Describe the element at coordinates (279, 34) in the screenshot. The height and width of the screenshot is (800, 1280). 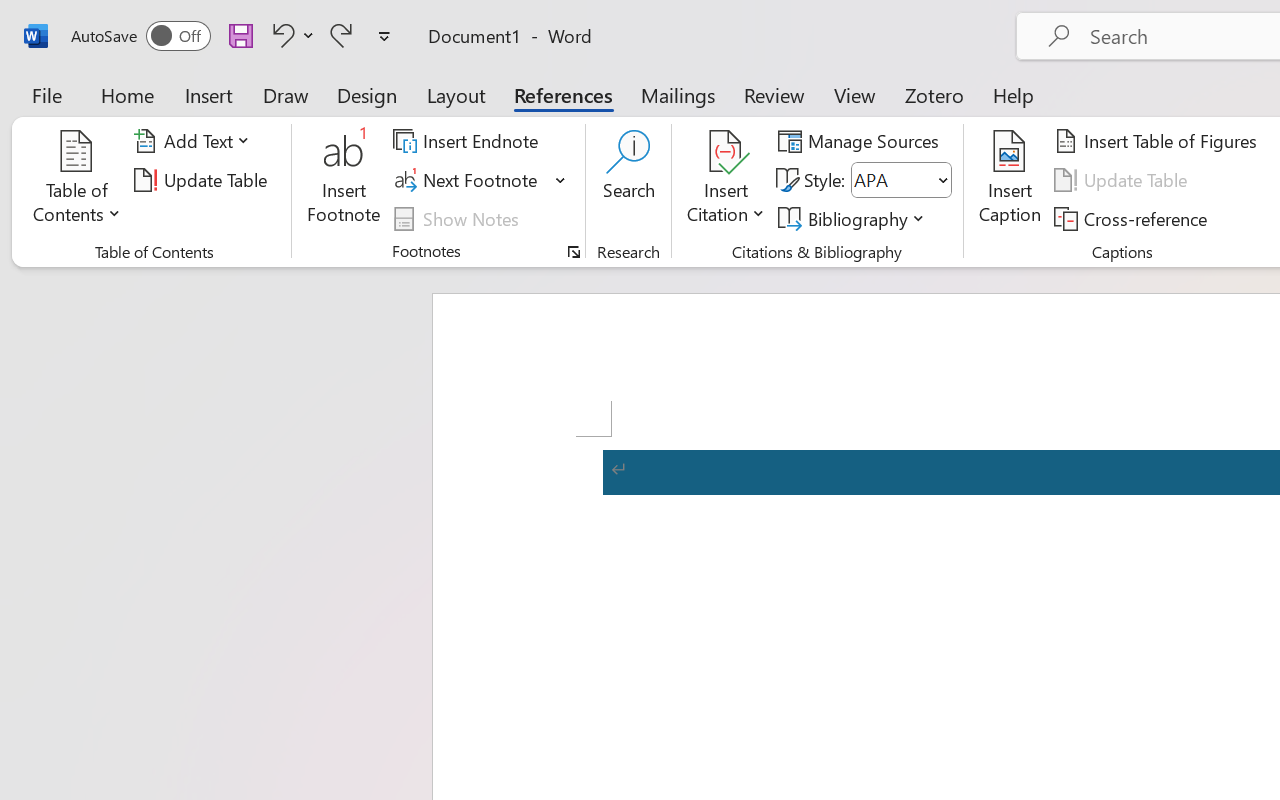
I see `'Undo Apply Quick Style Set'` at that location.